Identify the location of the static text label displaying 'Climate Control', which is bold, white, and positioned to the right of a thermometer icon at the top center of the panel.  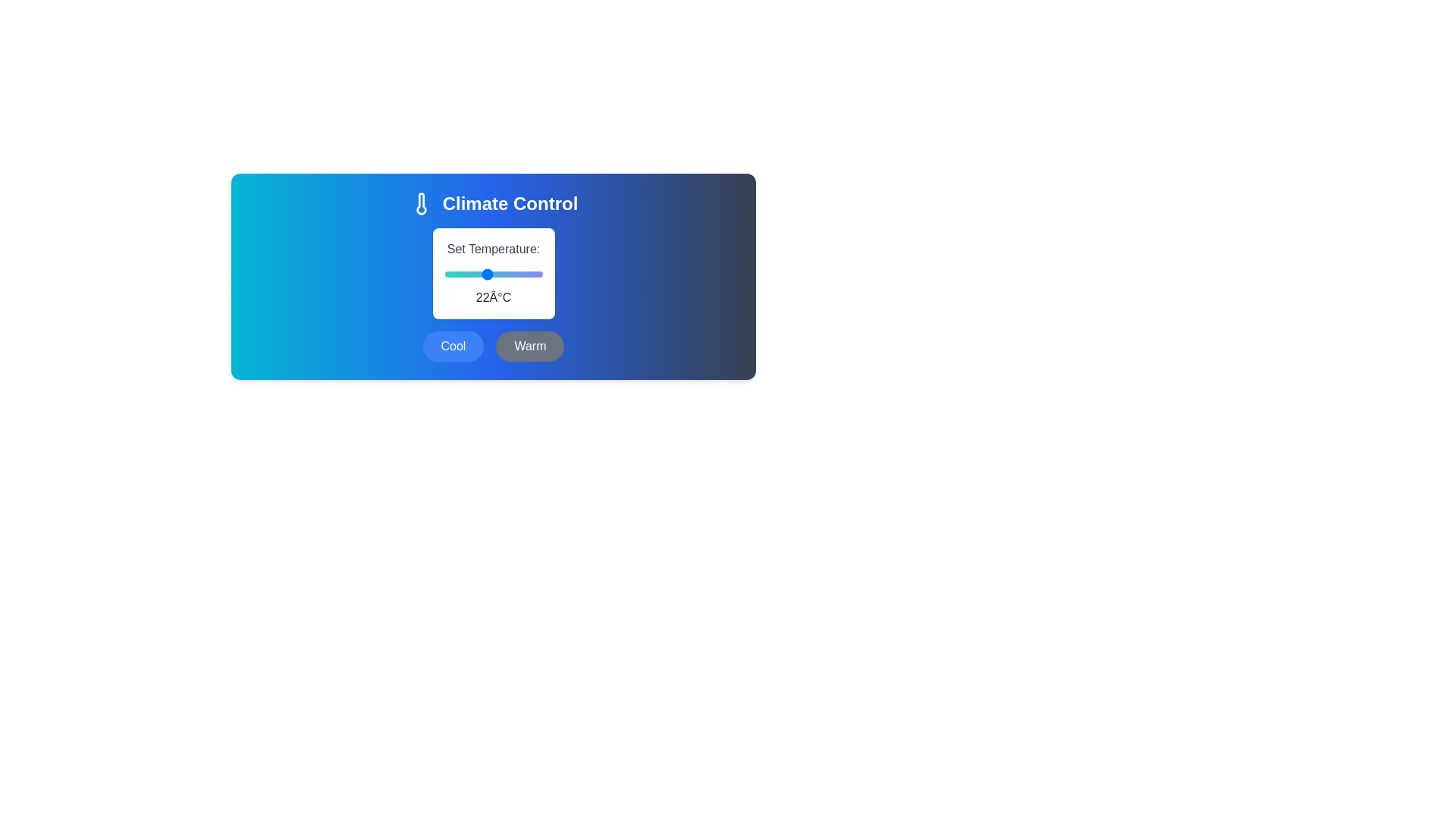
(510, 203).